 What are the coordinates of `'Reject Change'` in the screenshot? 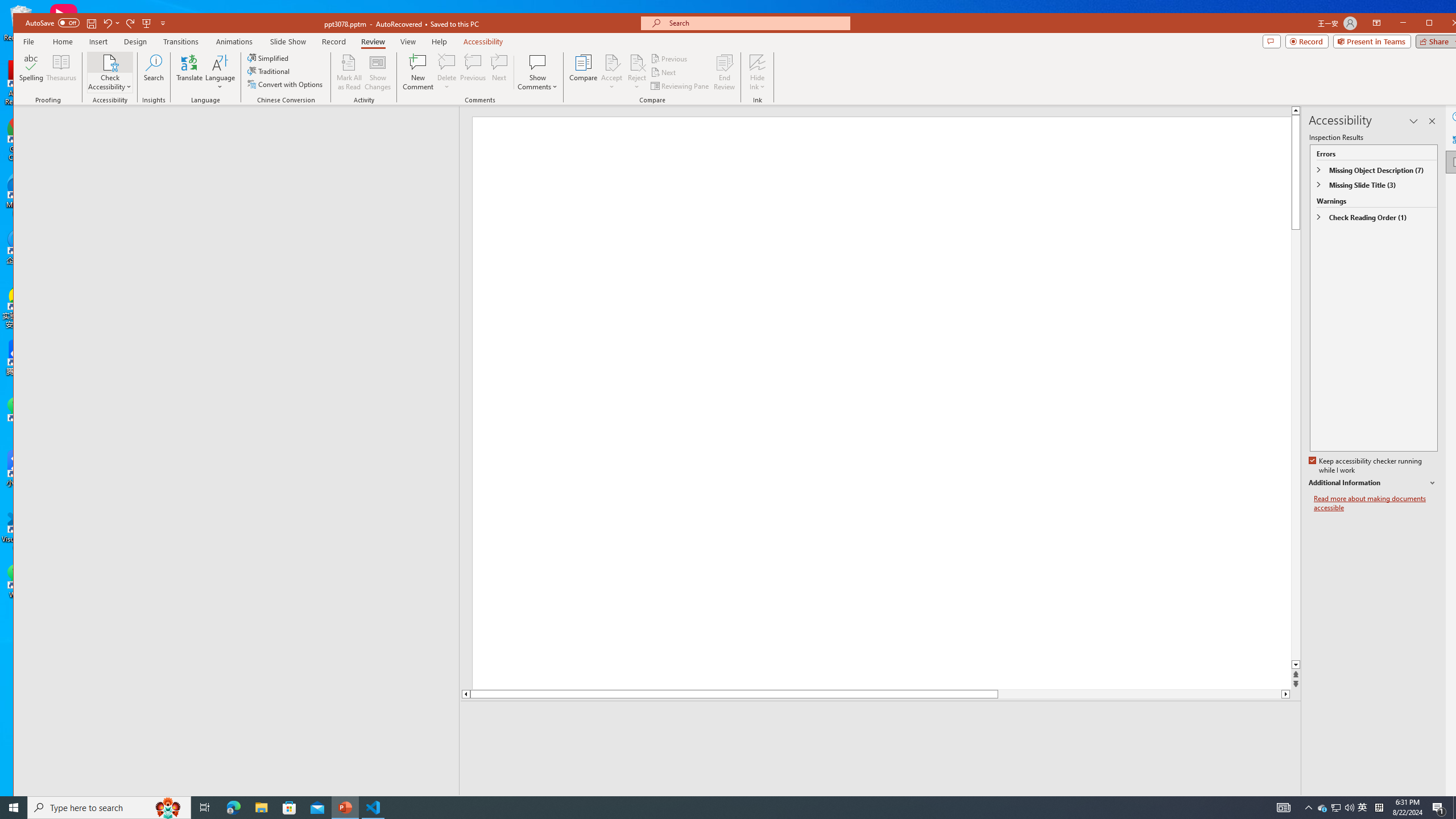 It's located at (637, 61).